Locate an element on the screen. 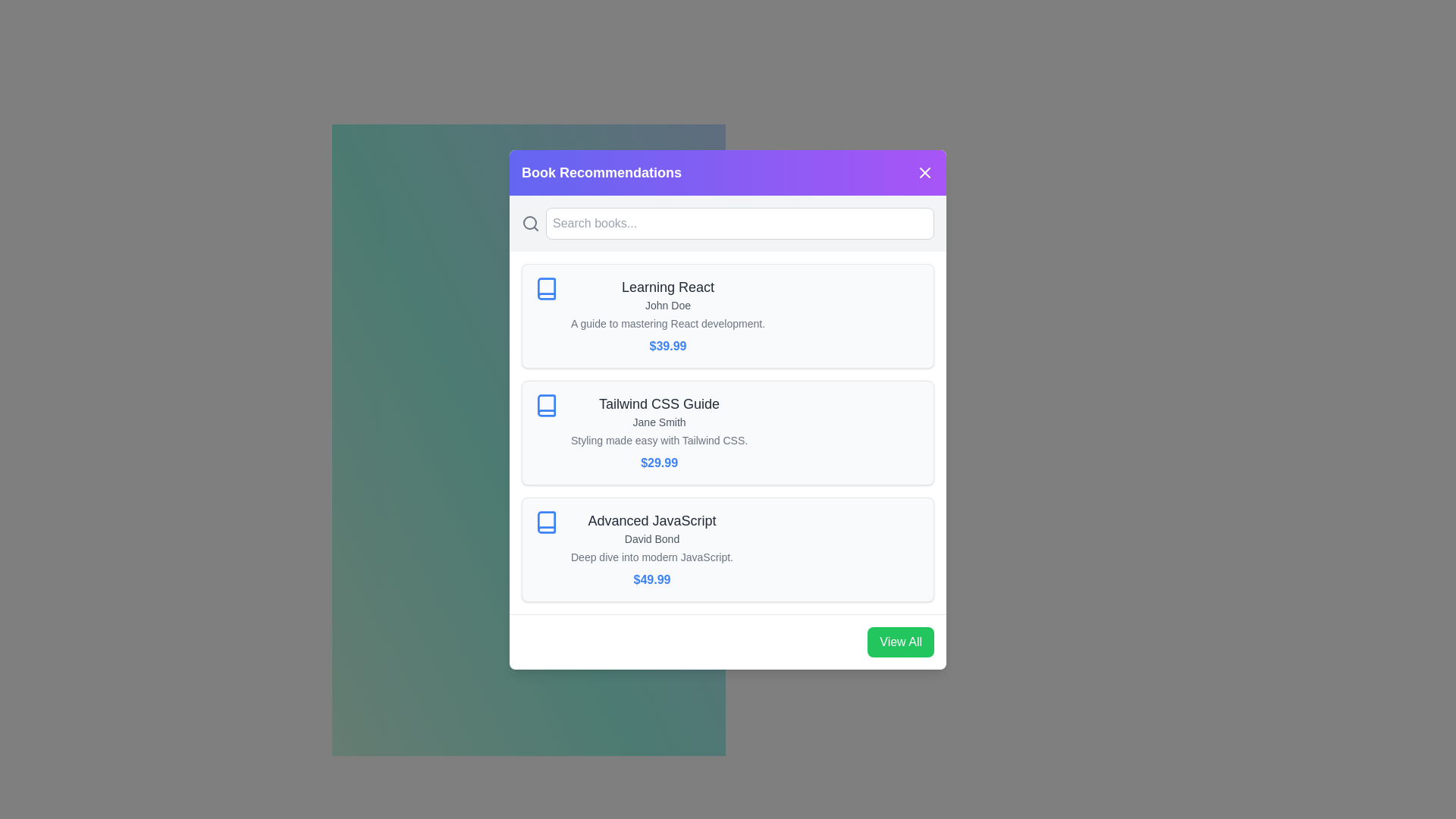 The width and height of the screenshot is (1456, 819). text label displaying the price "$39.99" in bright blue color, styled bold, located in the book recommendation card for "Learning React." is located at coordinates (667, 346).